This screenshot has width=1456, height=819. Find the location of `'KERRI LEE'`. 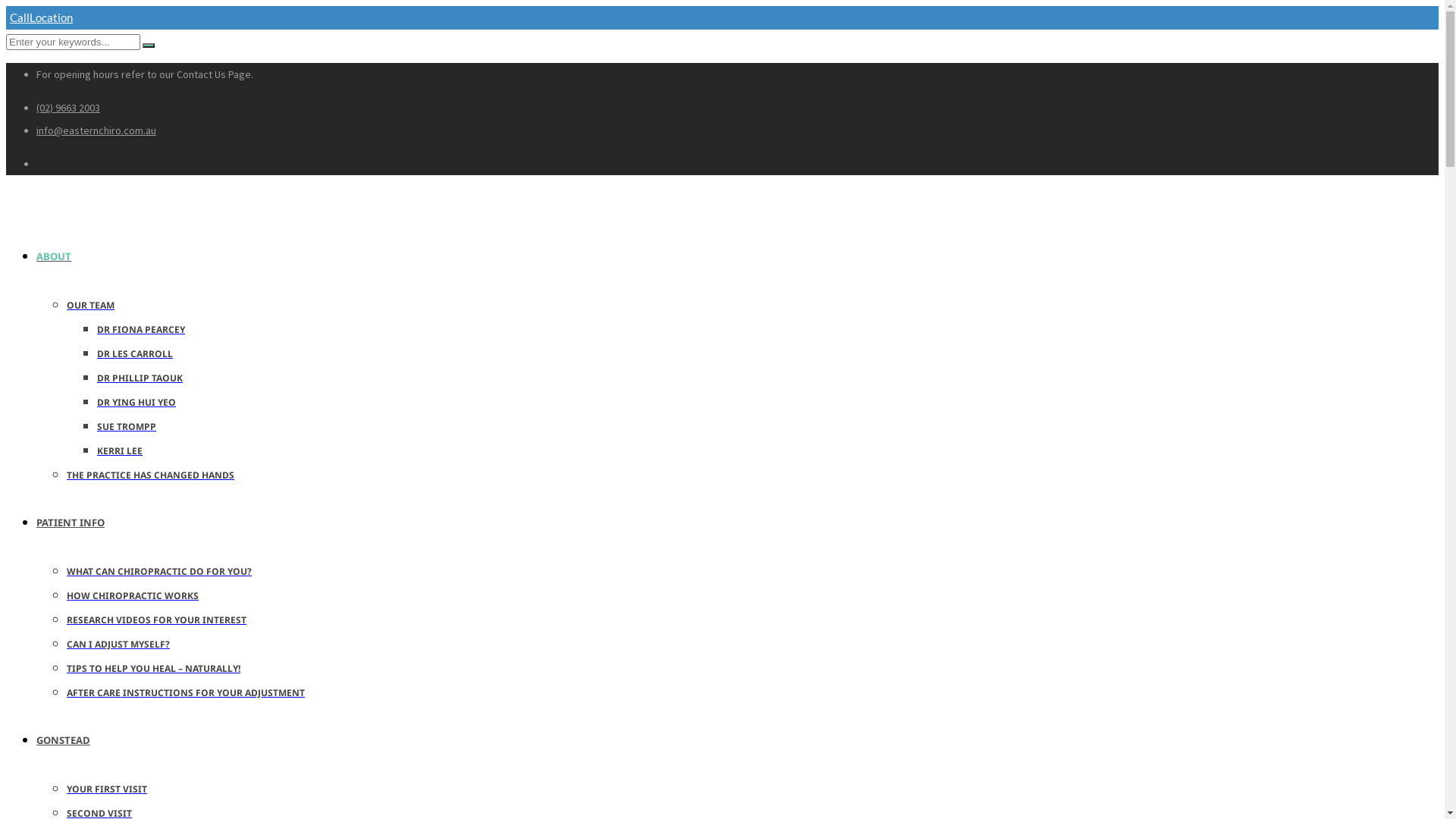

'KERRI LEE' is located at coordinates (119, 450).